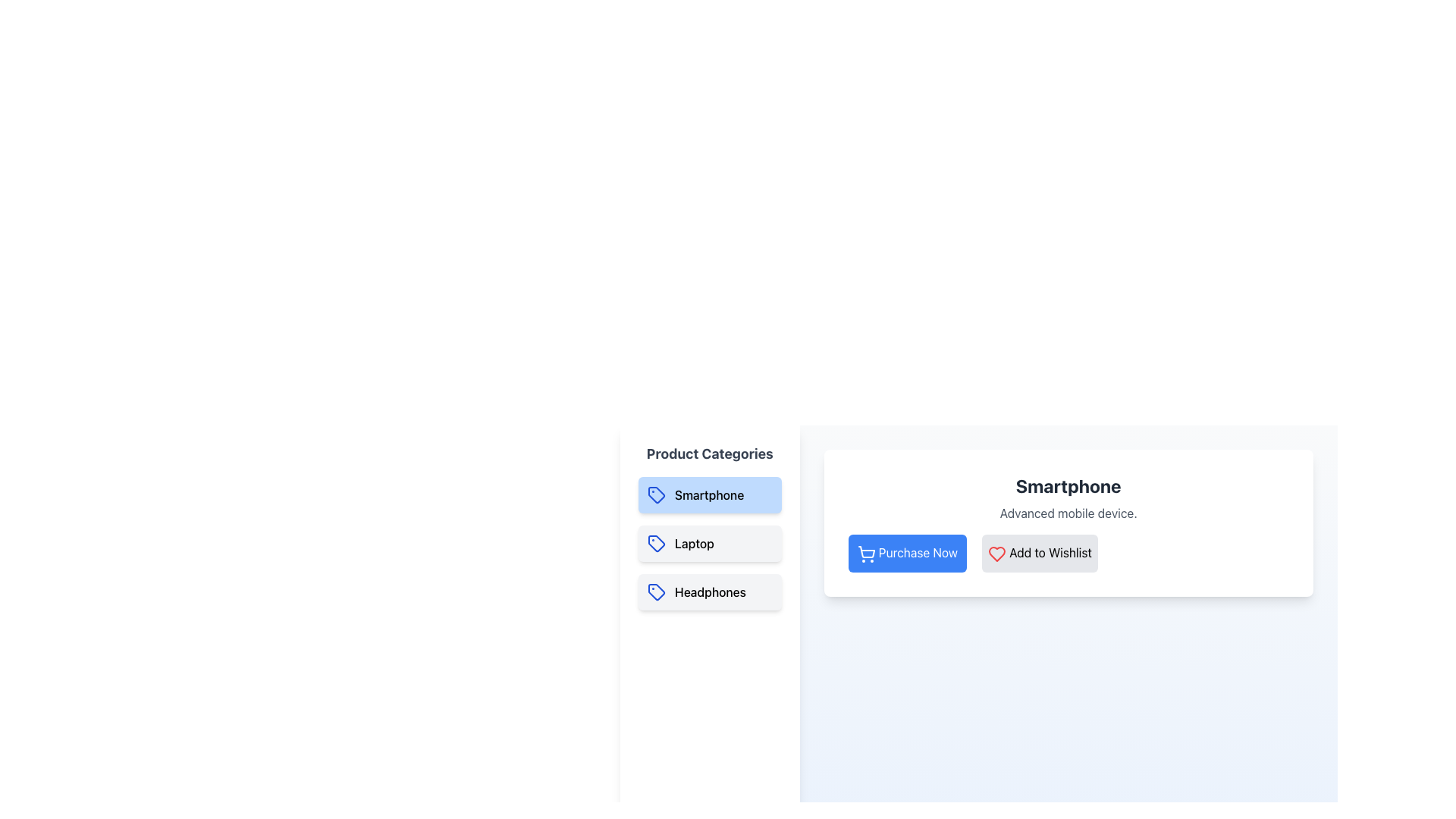 Image resolution: width=1456 pixels, height=819 pixels. I want to click on the product title text label located at the top of the product card, which indicates the name of the product being showcased, so click(1068, 485).